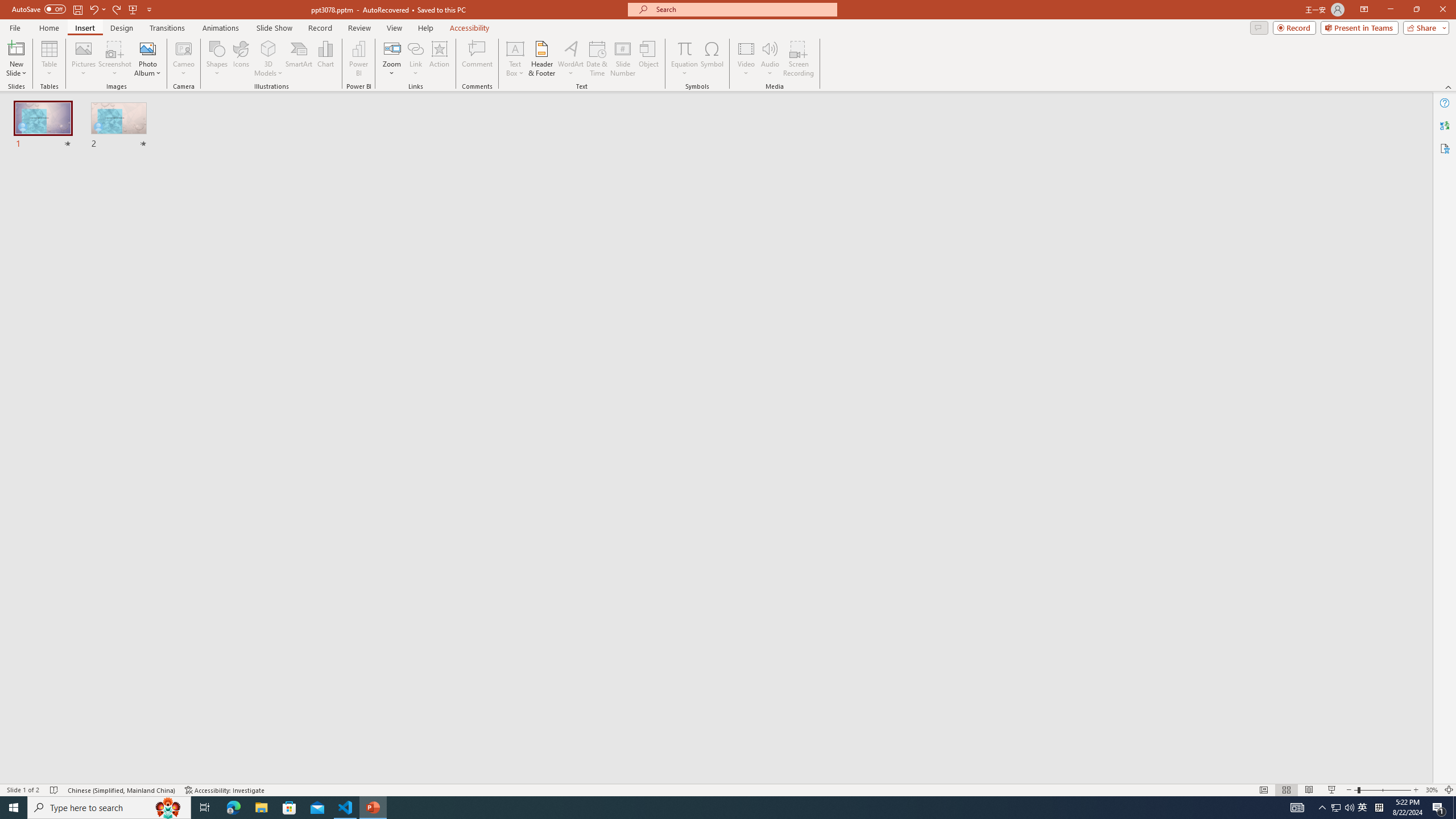  I want to click on 'Power BI', so click(359, 59).